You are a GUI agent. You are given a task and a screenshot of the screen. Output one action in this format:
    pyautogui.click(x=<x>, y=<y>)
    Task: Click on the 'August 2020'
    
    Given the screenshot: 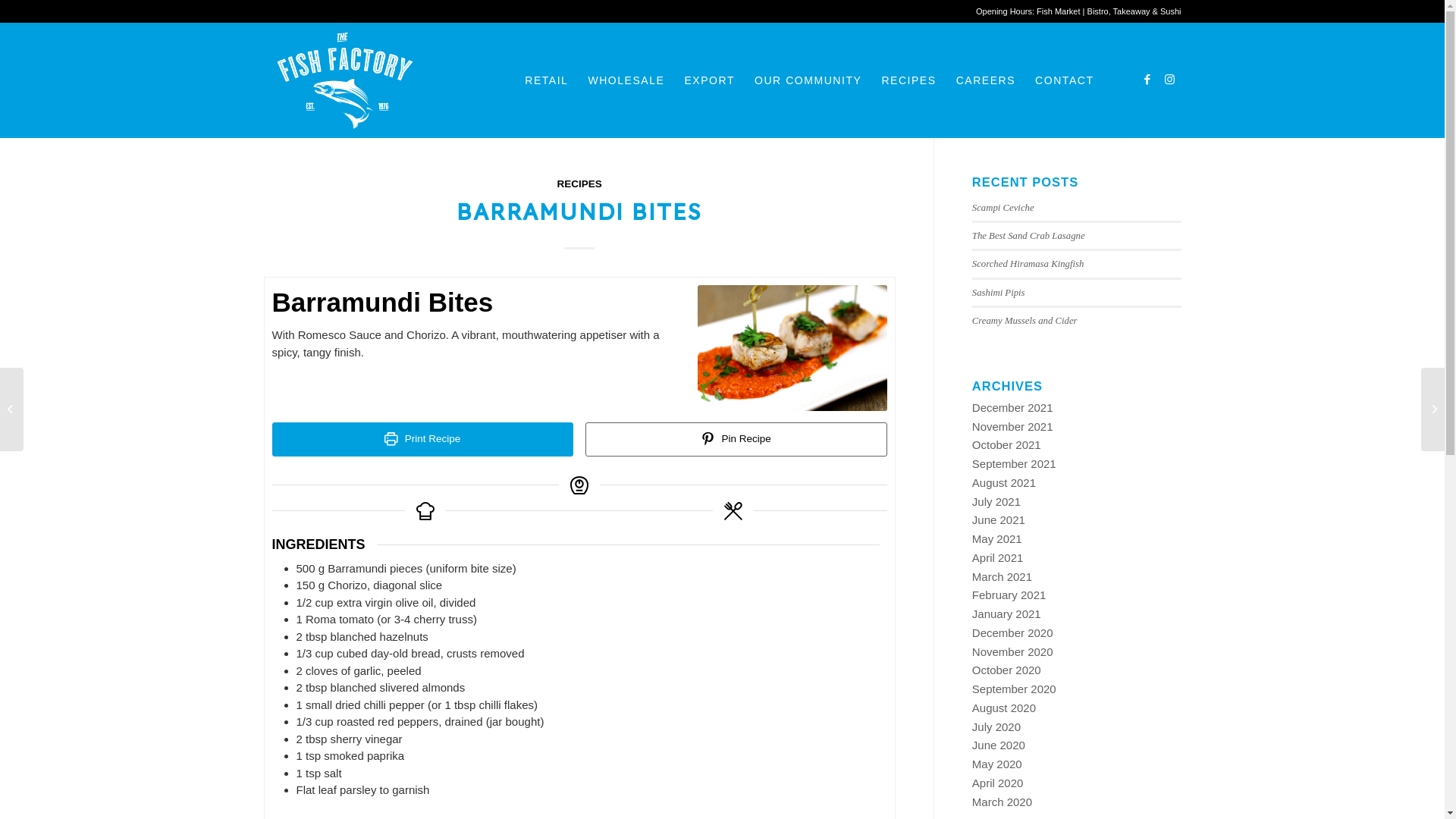 What is the action you would take?
    pyautogui.click(x=1004, y=708)
    